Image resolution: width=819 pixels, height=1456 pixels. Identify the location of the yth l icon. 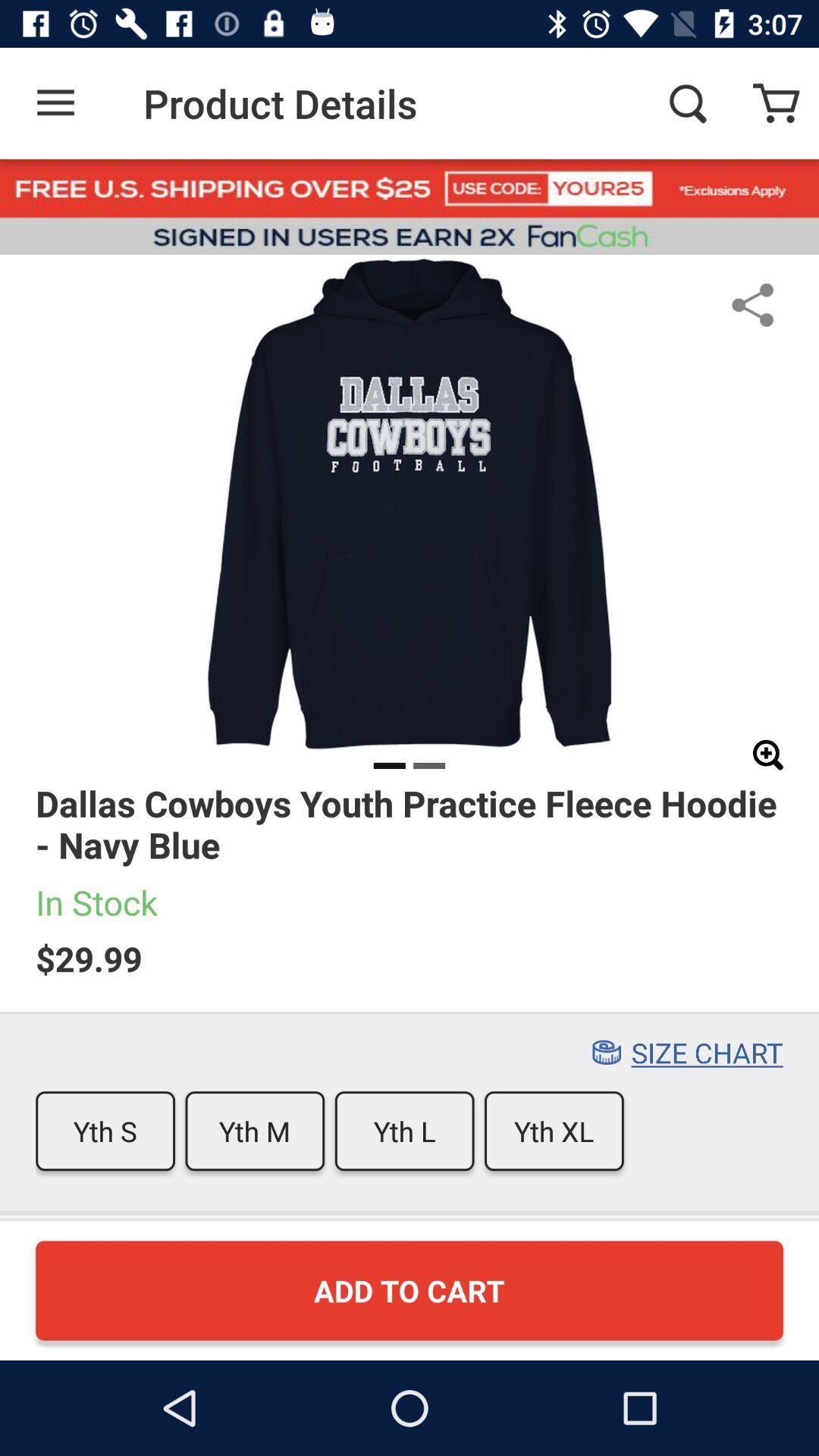
(403, 1131).